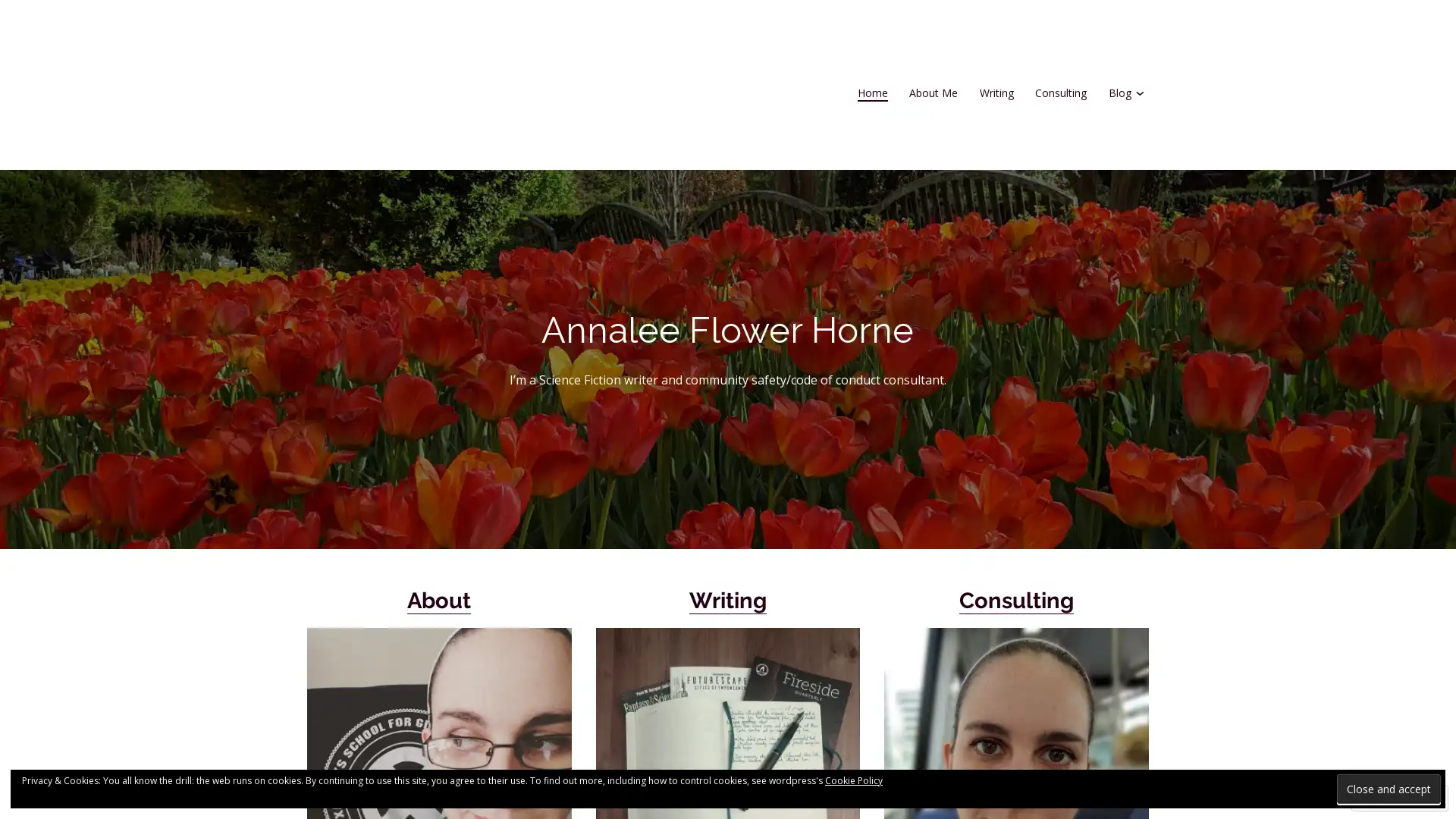 The height and width of the screenshot is (819, 1456). I want to click on Close and accept, so click(1389, 788).